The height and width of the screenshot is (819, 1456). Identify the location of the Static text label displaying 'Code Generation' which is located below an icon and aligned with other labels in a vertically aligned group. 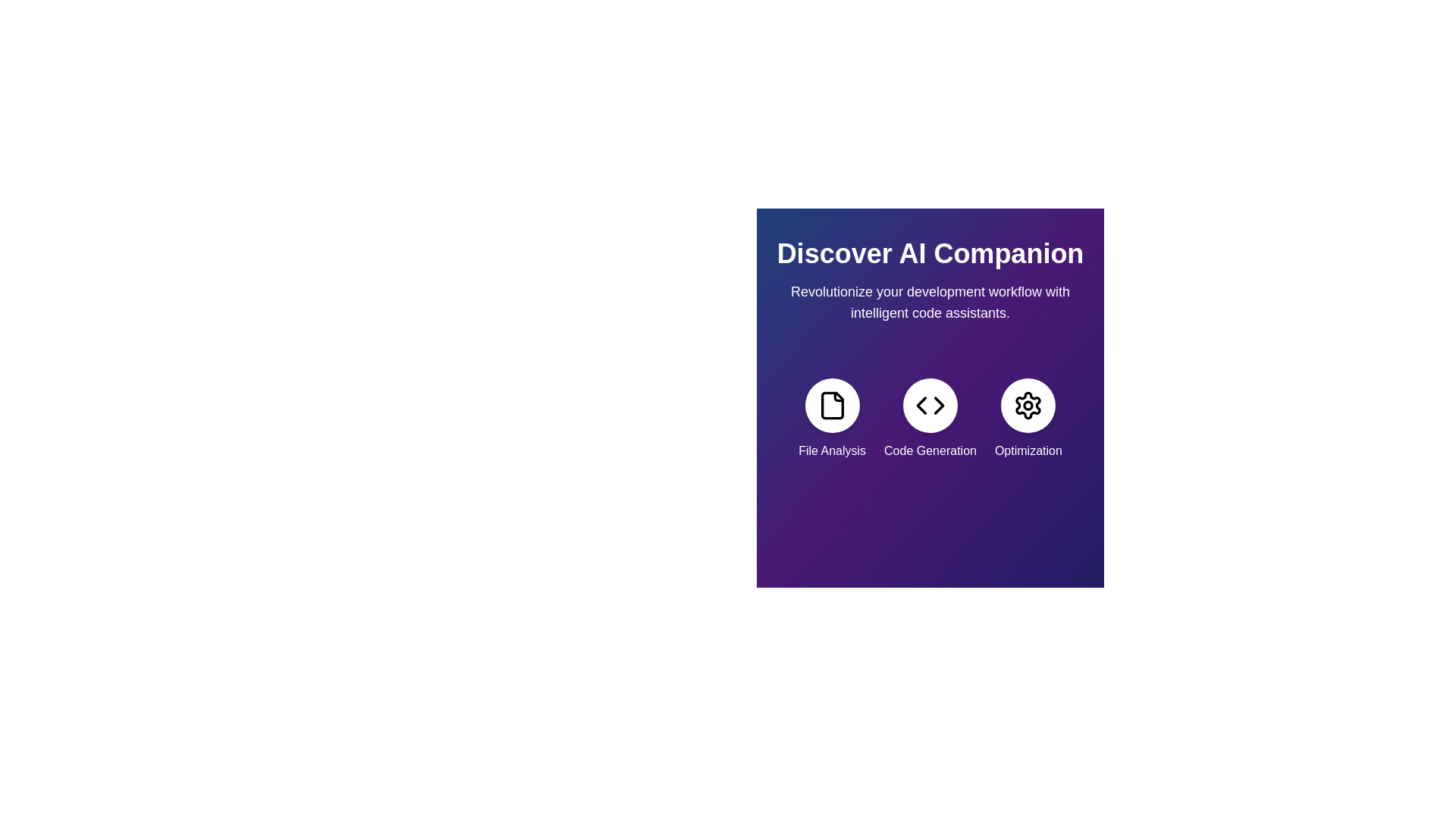
(930, 450).